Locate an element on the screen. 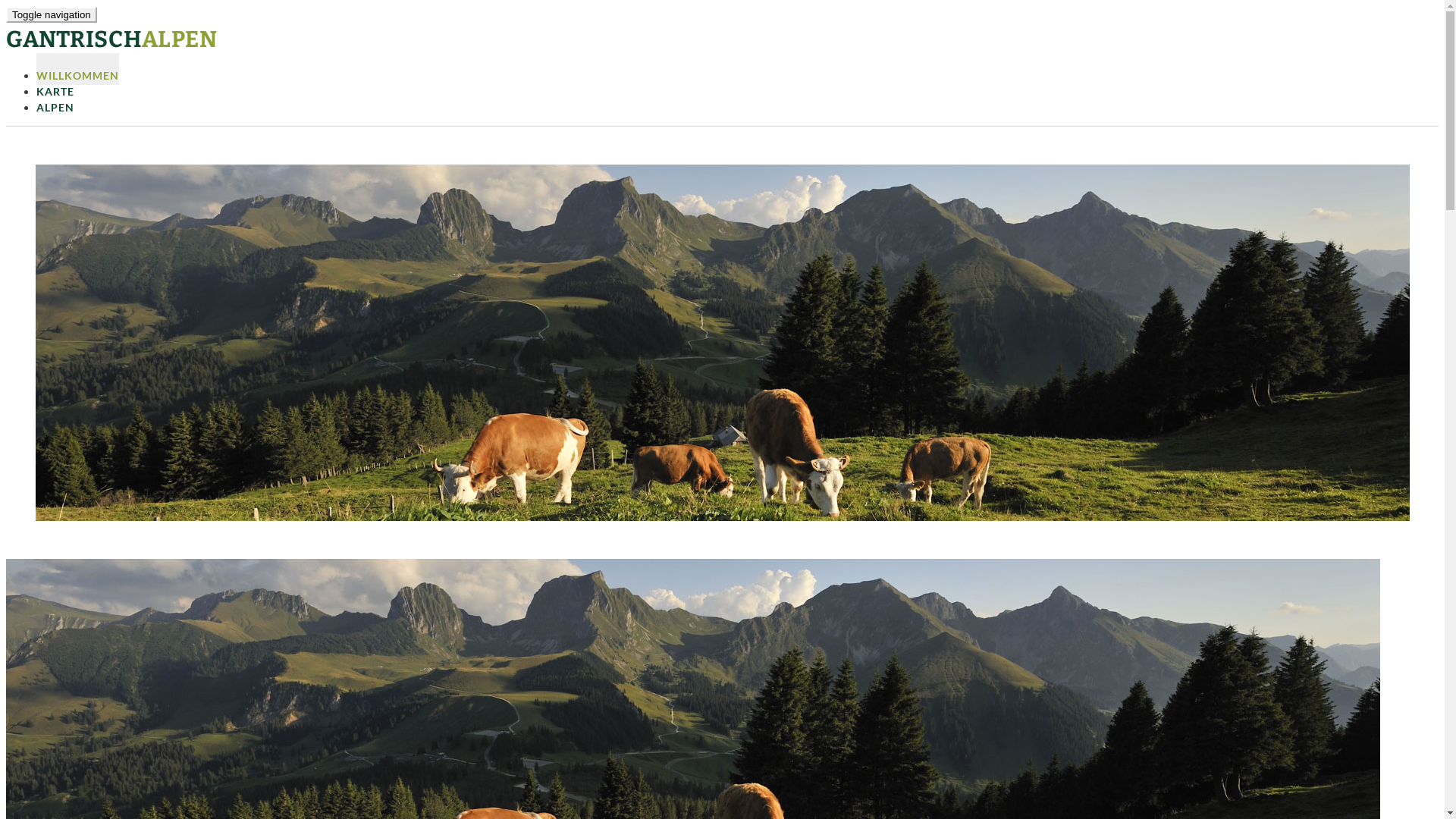 This screenshot has height=819, width=1456. 'Toggle navigation' is located at coordinates (51, 14).